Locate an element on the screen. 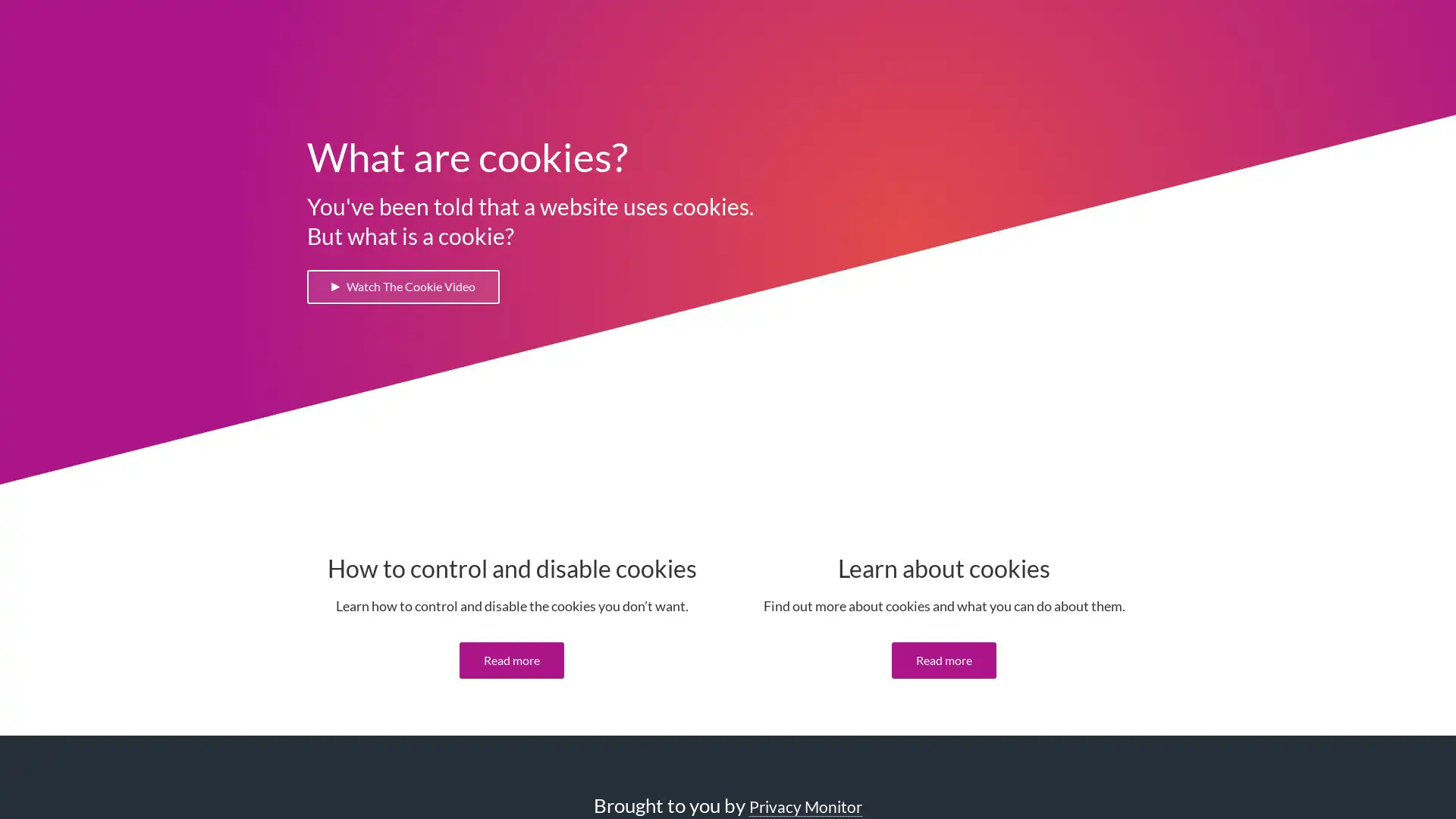  Watch The Cookie Video is located at coordinates (411, 287).